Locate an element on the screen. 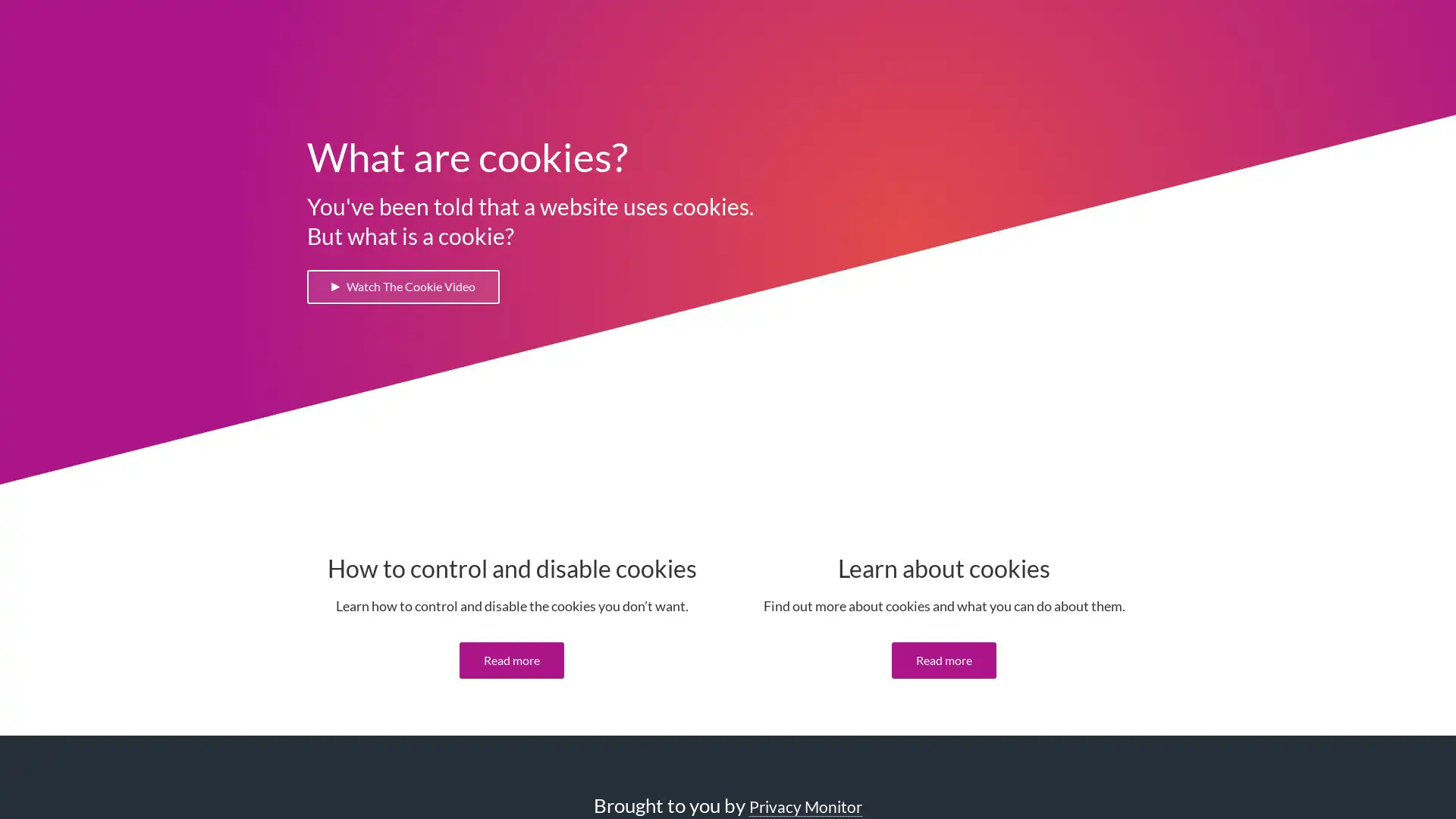  Watch The Cookie Video is located at coordinates (411, 287).